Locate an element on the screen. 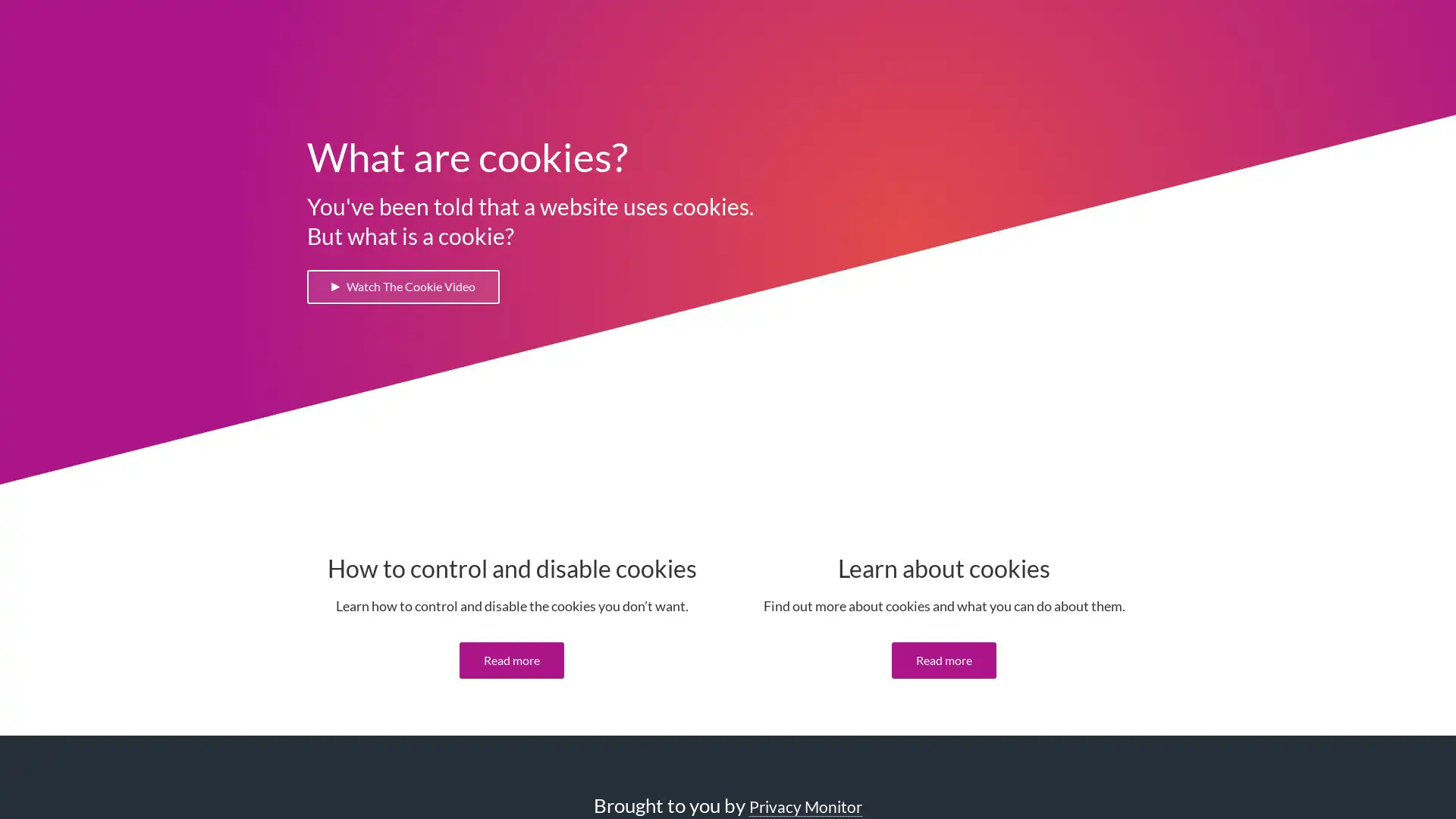  Watch The Cookie Video is located at coordinates (411, 287).